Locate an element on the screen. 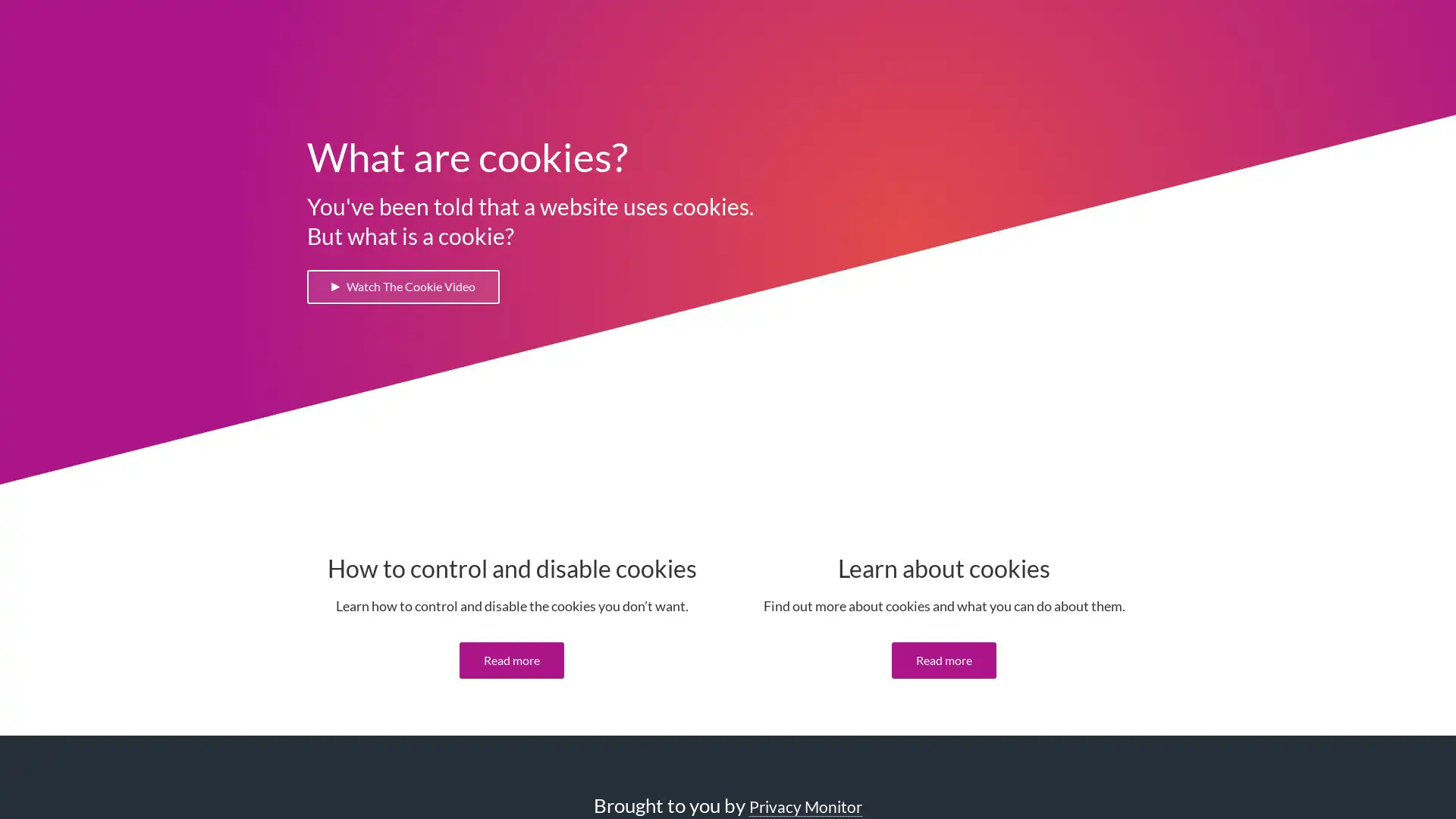  Watch The Cookie Video is located at coordinates (411, 287).